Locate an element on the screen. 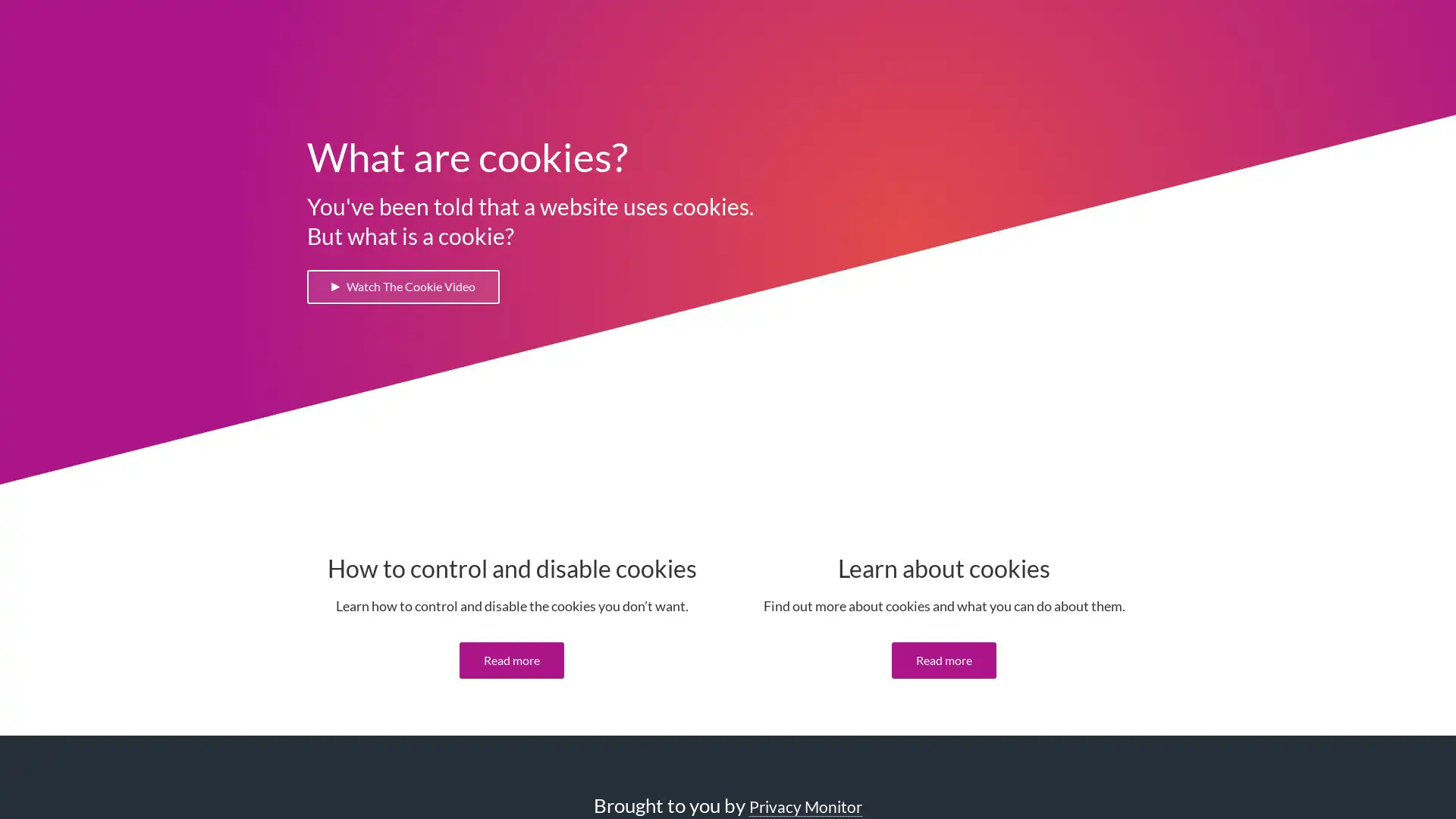  Watch The Cookie Video is located at coordinates (411, 287).